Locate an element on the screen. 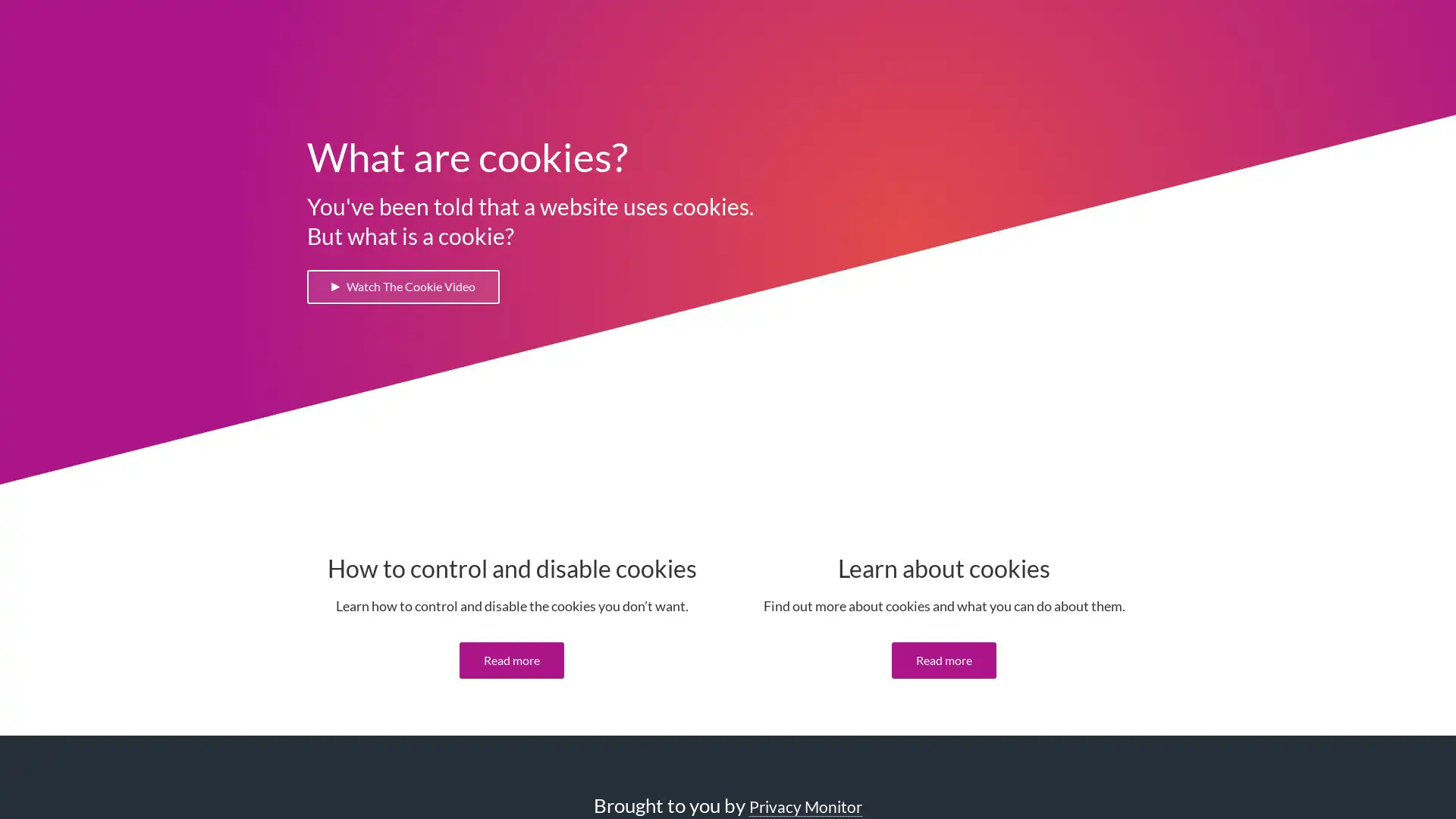  Watch The Cookie Video is located at coordinates (411, 287).